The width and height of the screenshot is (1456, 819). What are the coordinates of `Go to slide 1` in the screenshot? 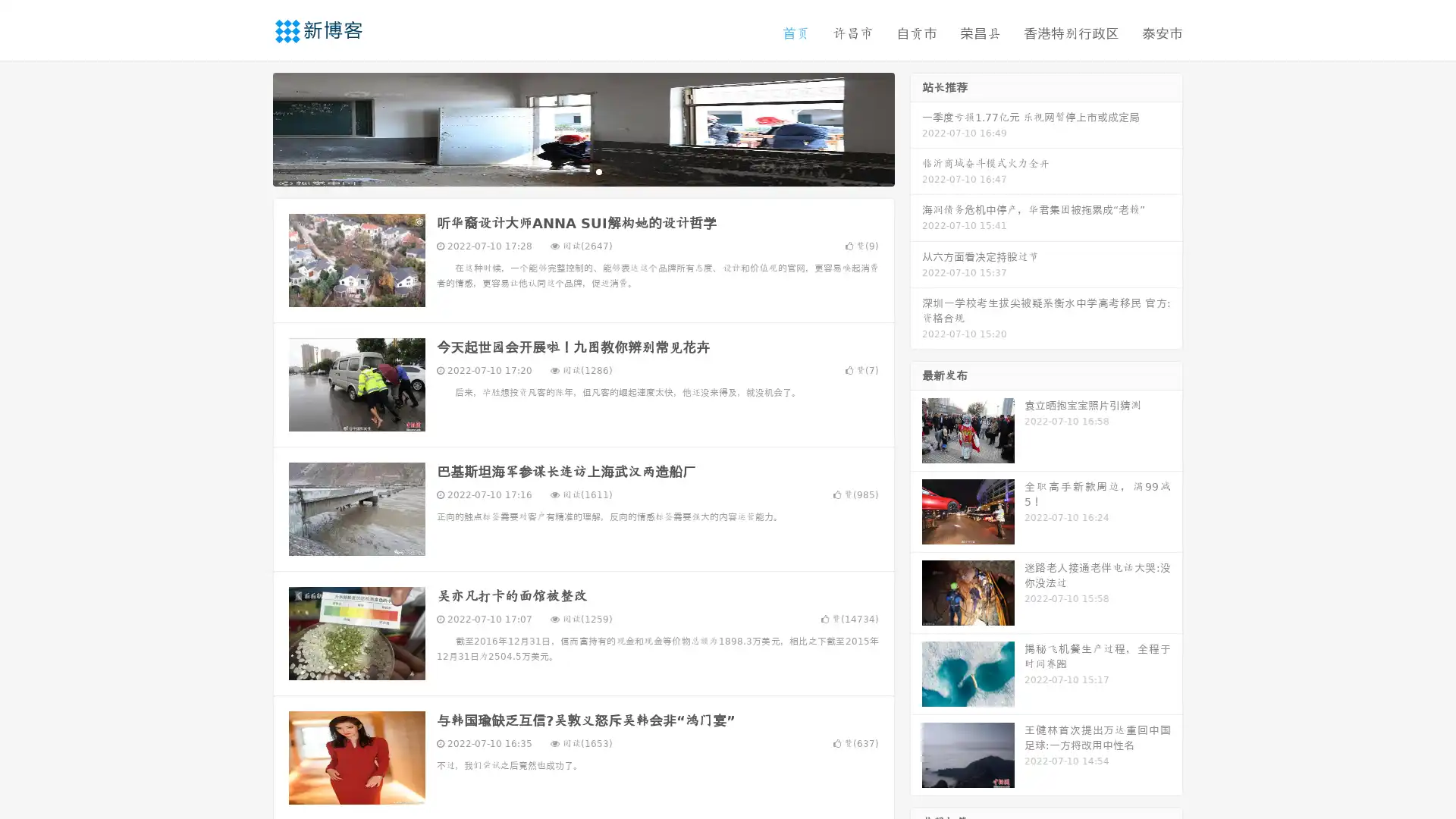 It's located at (567, 171).